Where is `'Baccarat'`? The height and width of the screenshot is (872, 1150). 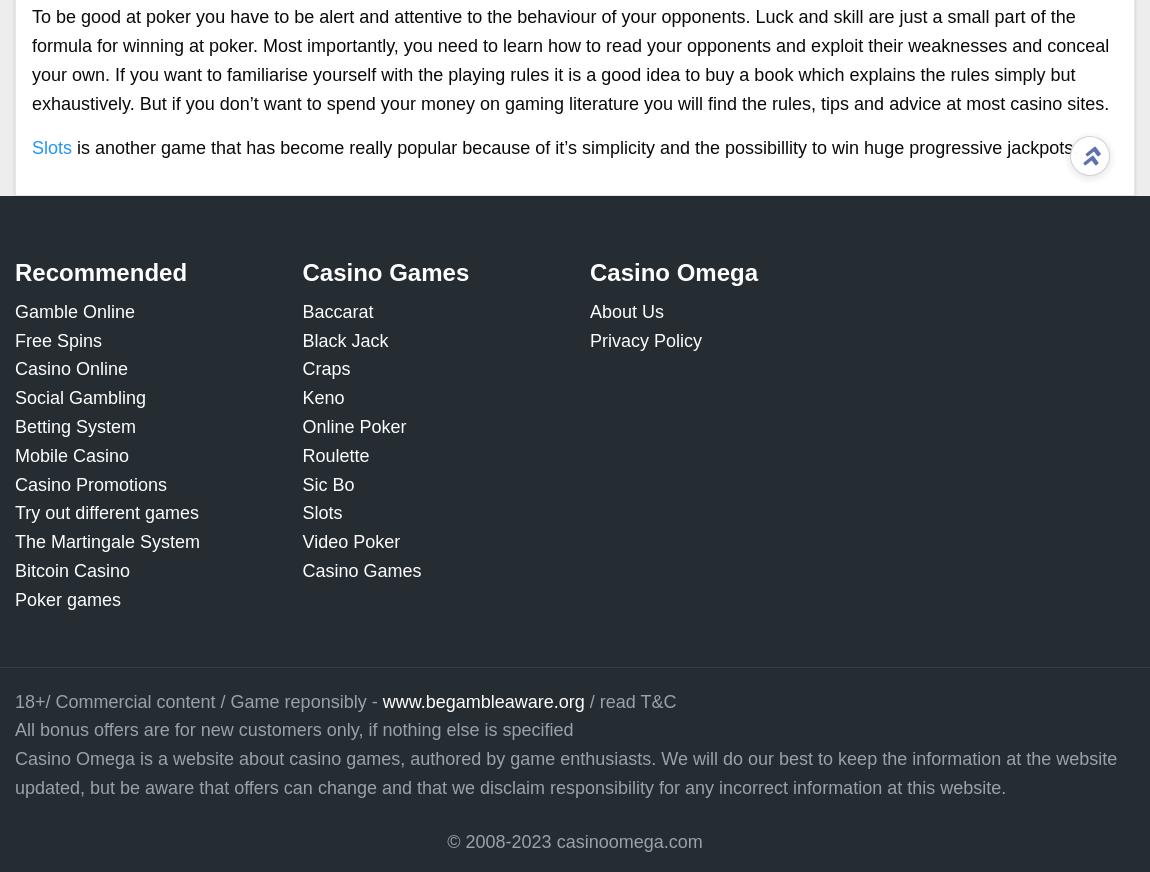 'Baccarat' is located at coordinates (301, 310).